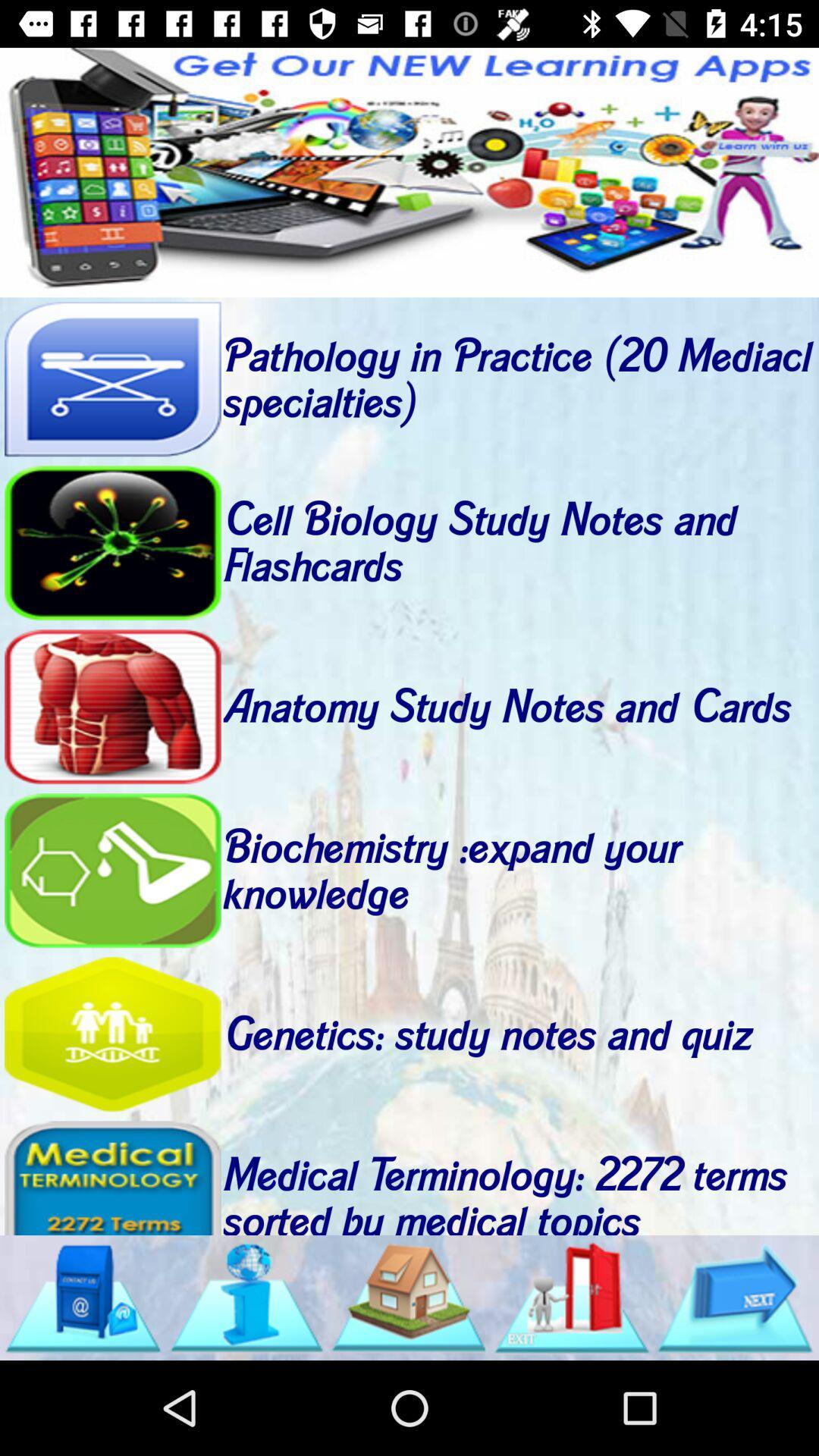  Describe the element at coordinates (111, 871) in the screenshot. I see `biochemistry` at that location.